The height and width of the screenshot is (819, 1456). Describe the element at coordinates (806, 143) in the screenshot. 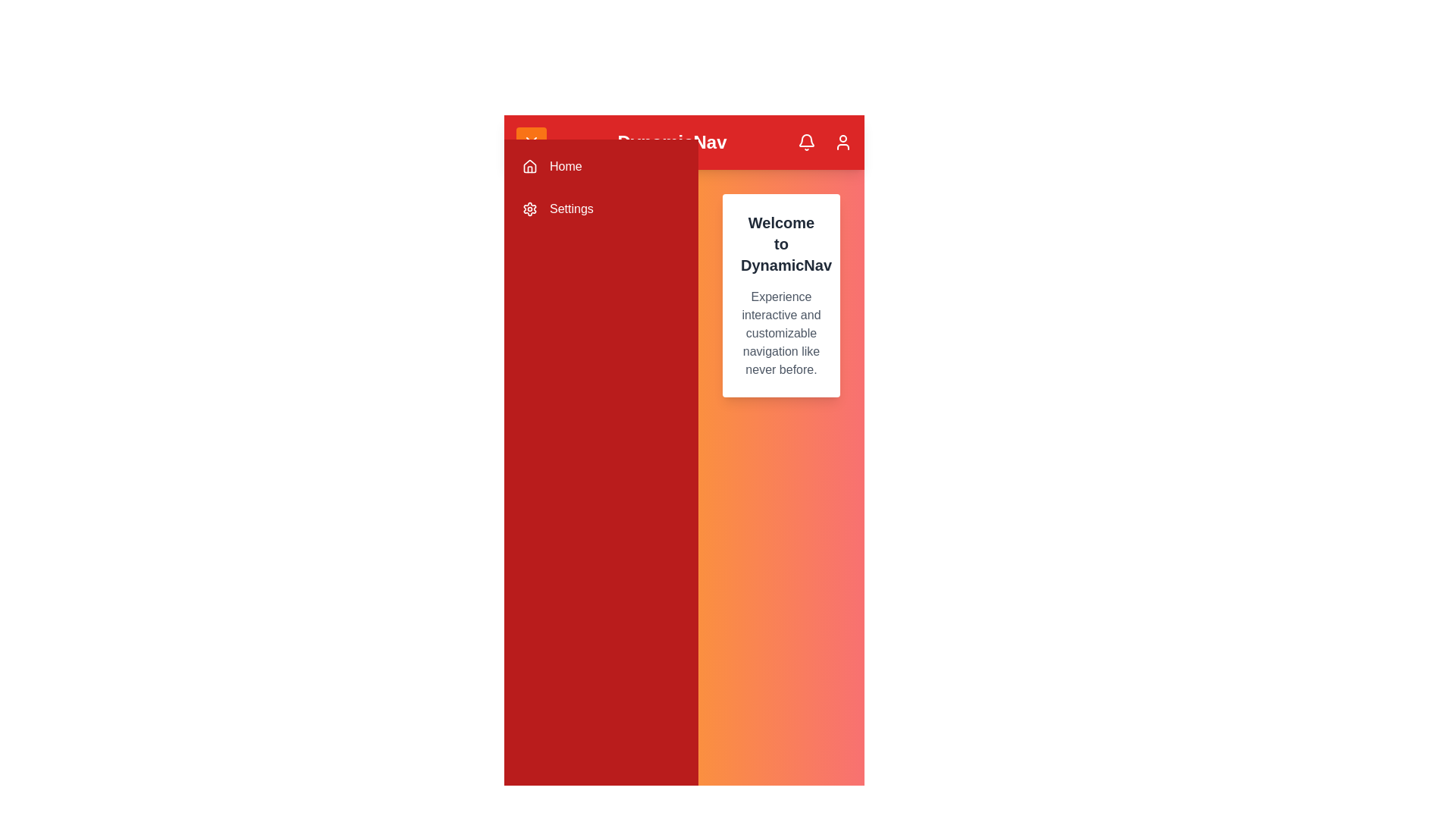

I see `the notification icon in the app bar` at that location.